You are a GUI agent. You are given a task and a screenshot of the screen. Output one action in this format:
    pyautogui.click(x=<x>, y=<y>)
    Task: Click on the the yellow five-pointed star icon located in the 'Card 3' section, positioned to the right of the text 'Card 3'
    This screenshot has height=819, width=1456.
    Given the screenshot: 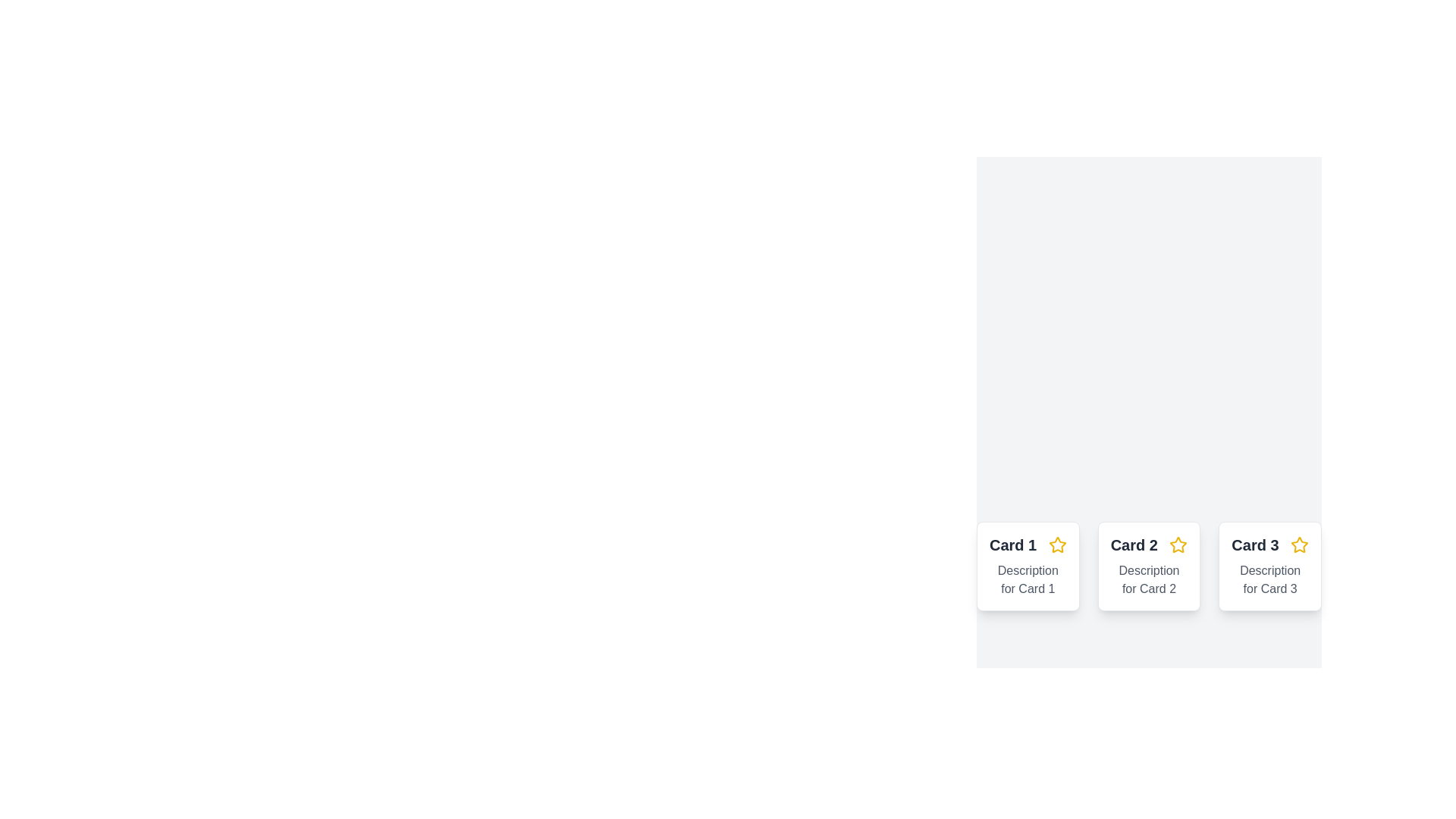 What is the action you would take?
    pyautogui.click(x=1298, y=544)
    